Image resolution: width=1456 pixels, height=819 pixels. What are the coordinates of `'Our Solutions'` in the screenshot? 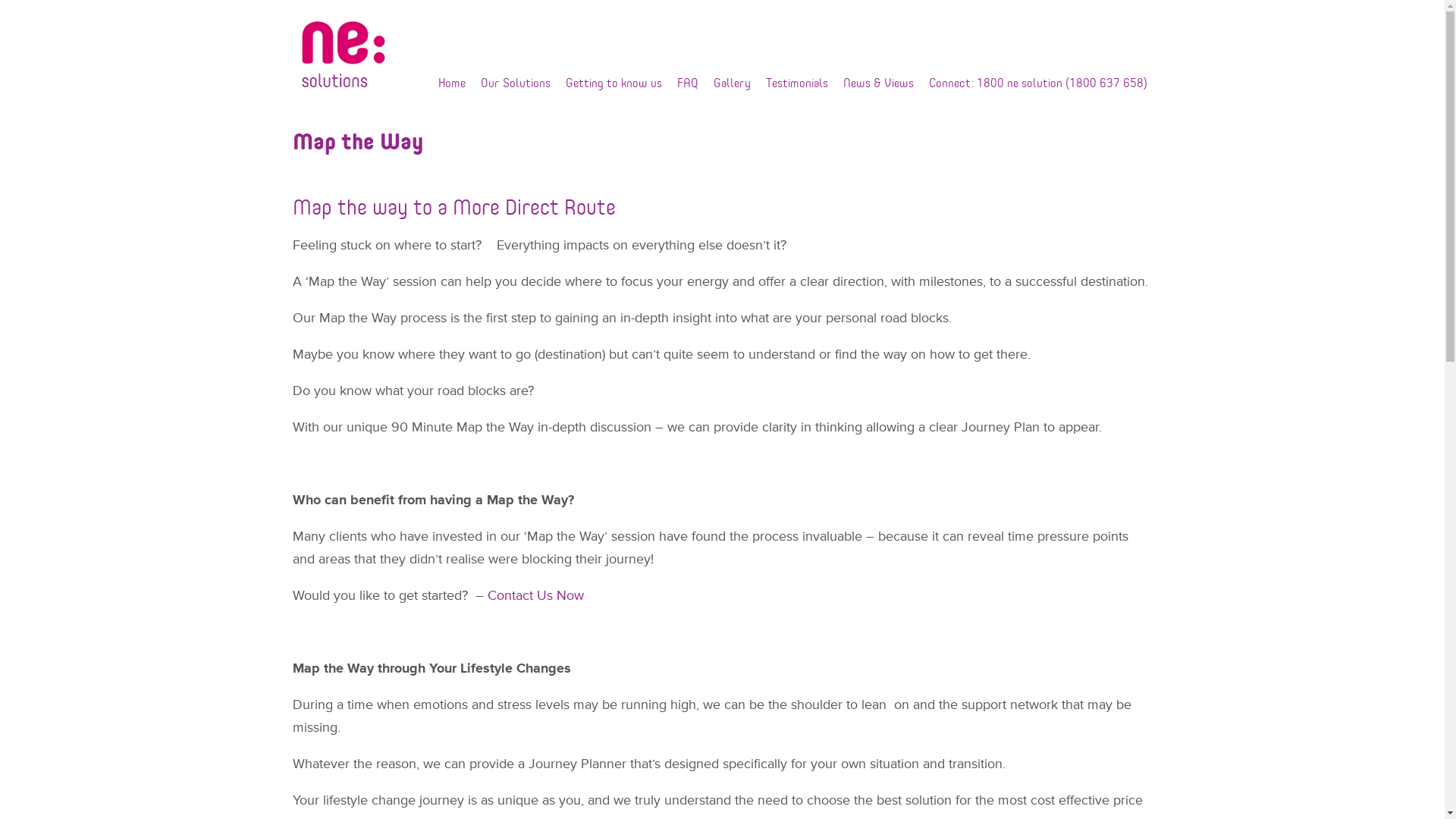 It's located at (516, 82).